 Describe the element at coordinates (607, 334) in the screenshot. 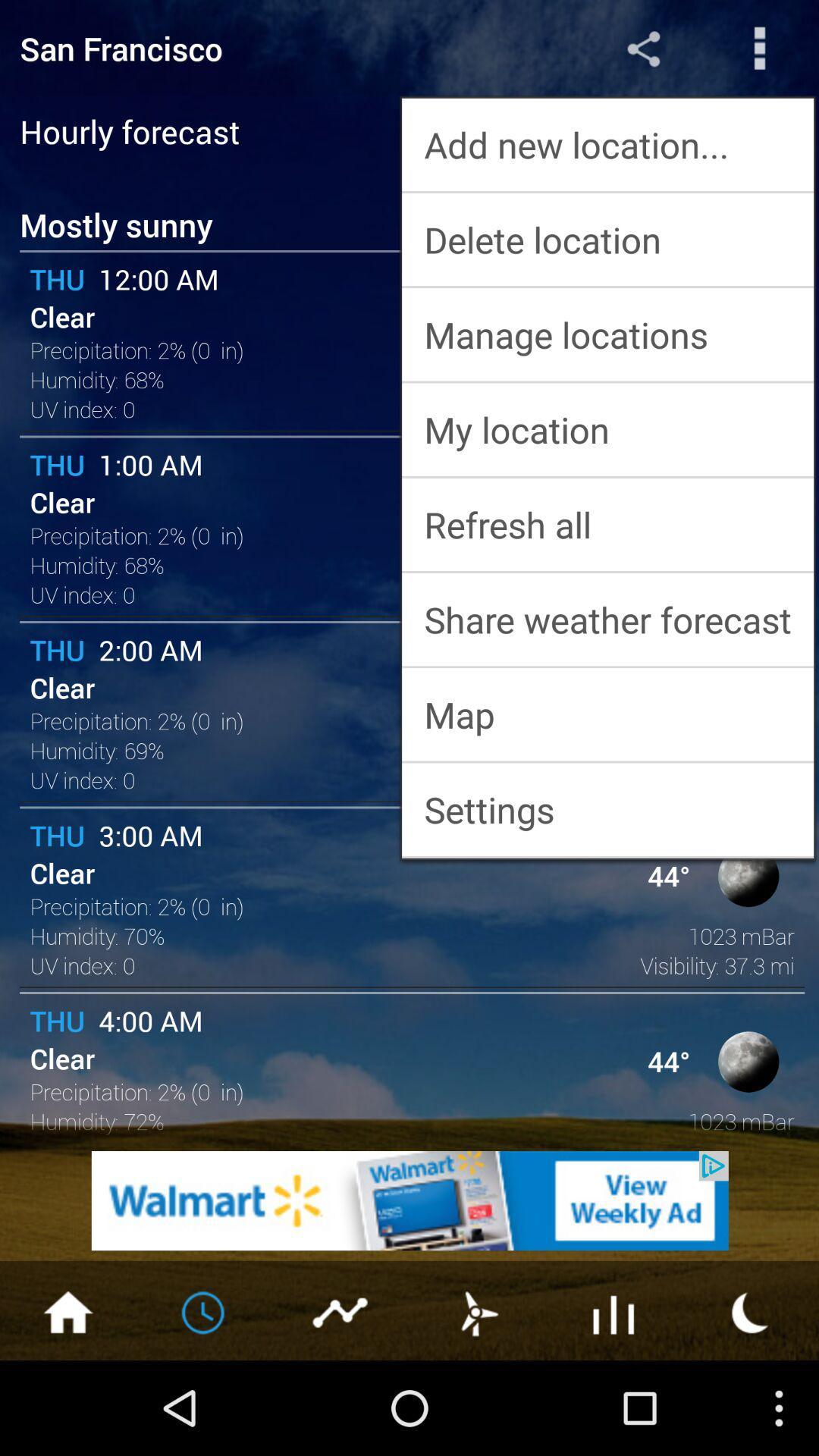

I see `the manage locations` at that location.